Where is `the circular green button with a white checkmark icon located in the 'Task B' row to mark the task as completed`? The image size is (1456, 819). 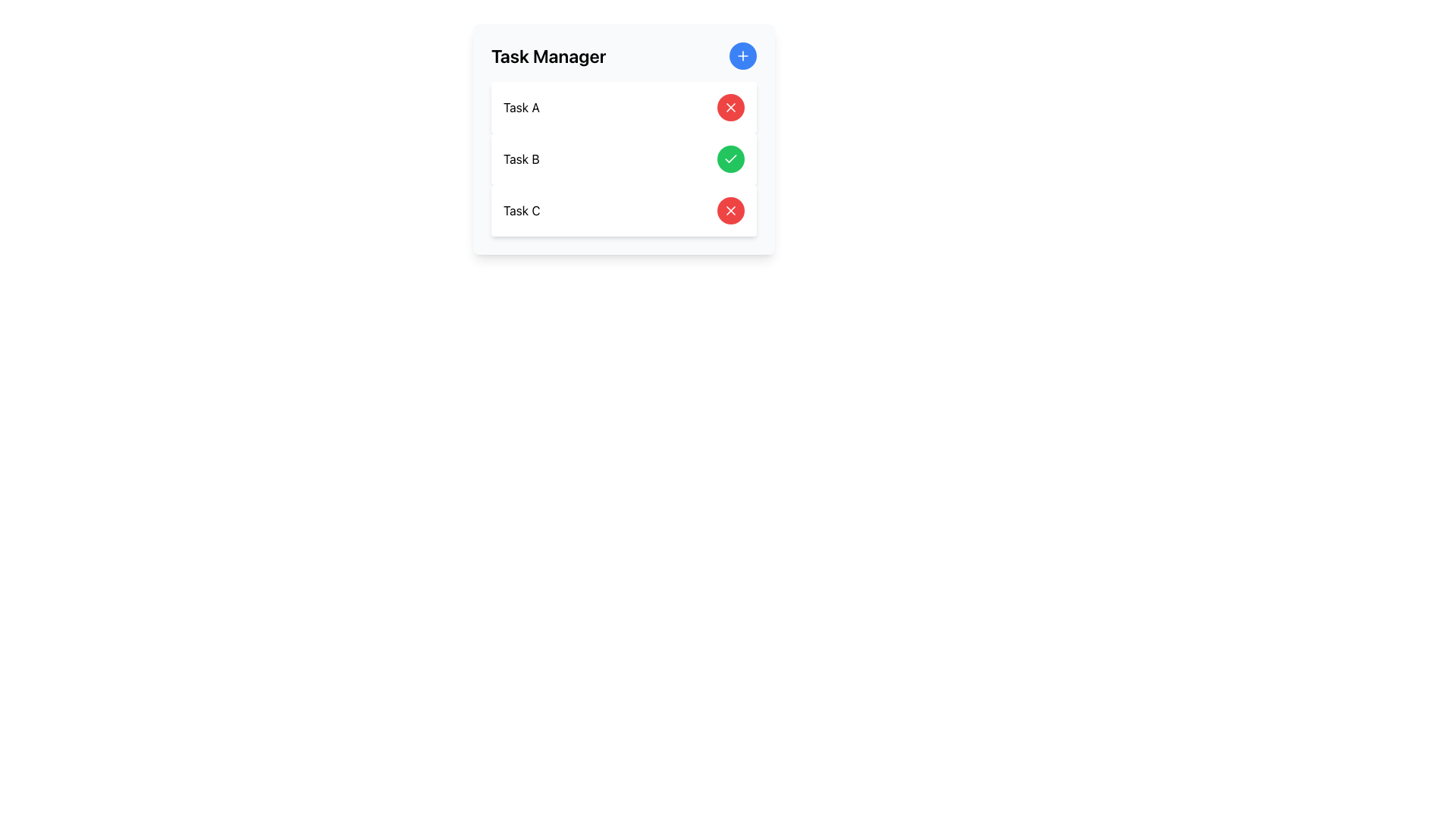
the circular green button with a white checkmark icon located in the 'Task B' row to mark the task as completed is located at coordinates (731, 158).